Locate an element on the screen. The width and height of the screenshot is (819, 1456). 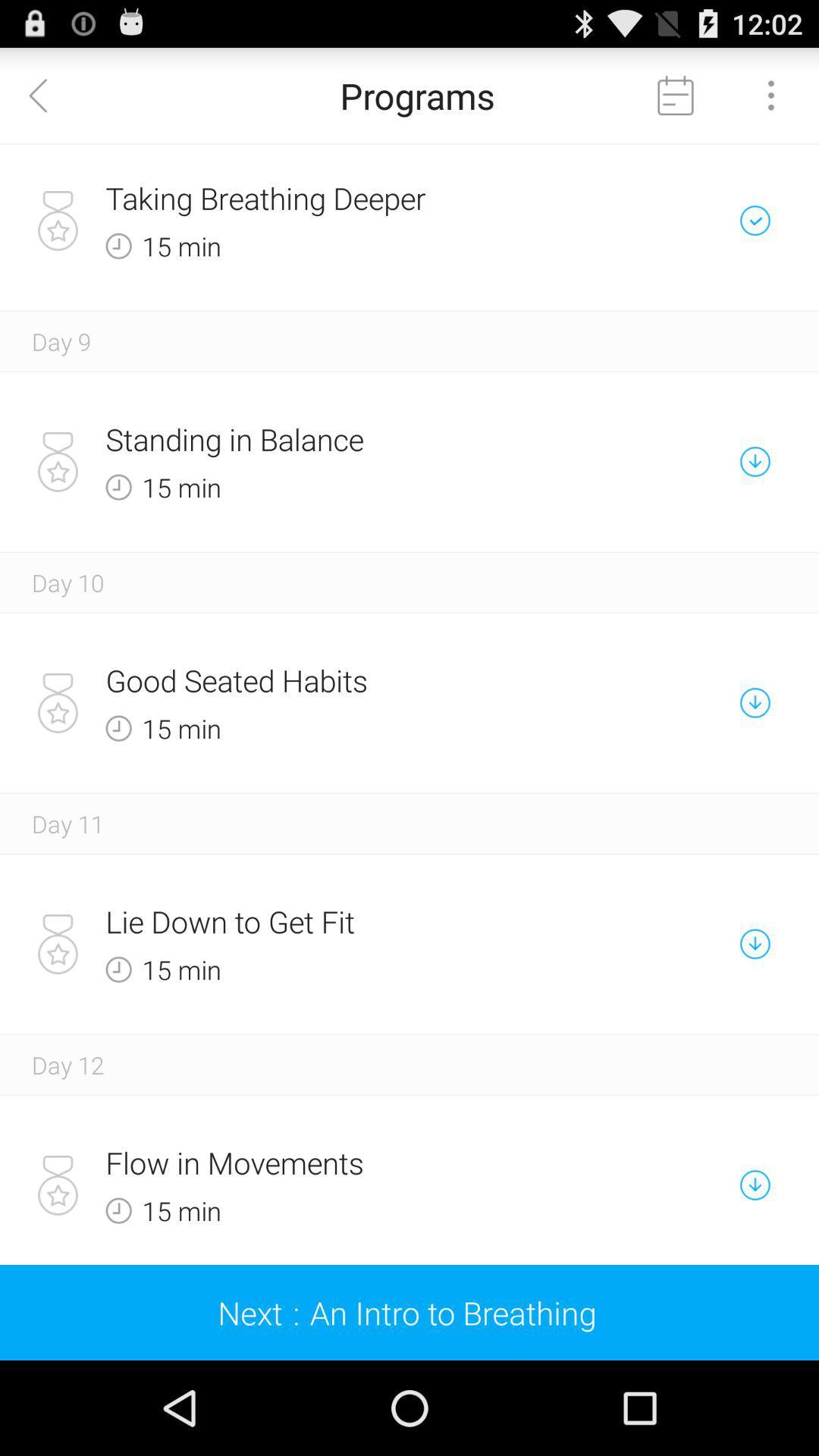
icon to the left of the programs is located at coordinates (46, 94).